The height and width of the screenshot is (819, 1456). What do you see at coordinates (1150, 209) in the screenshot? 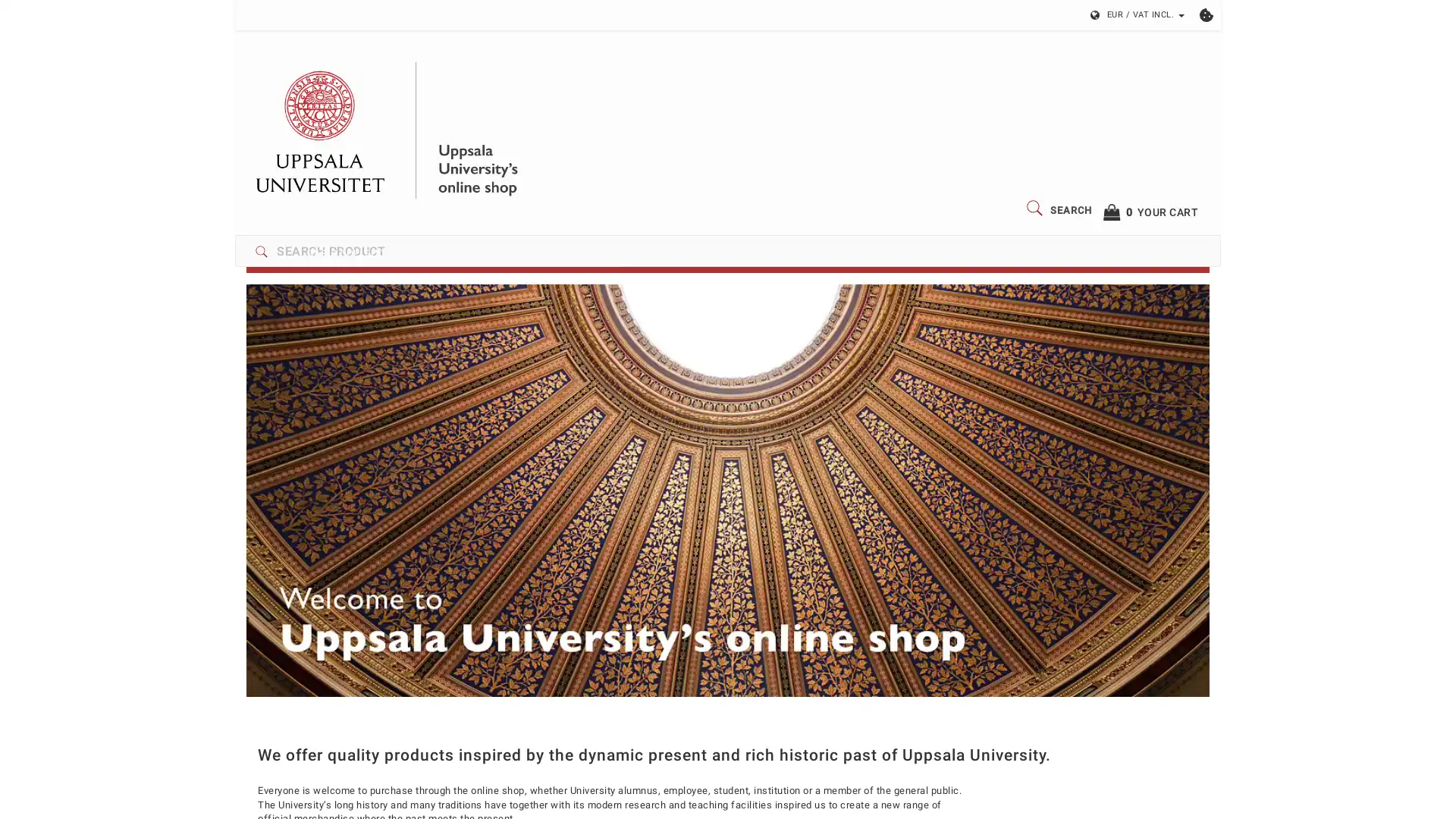
I see `0YOUR CART` at bounding box center [1150, 209].